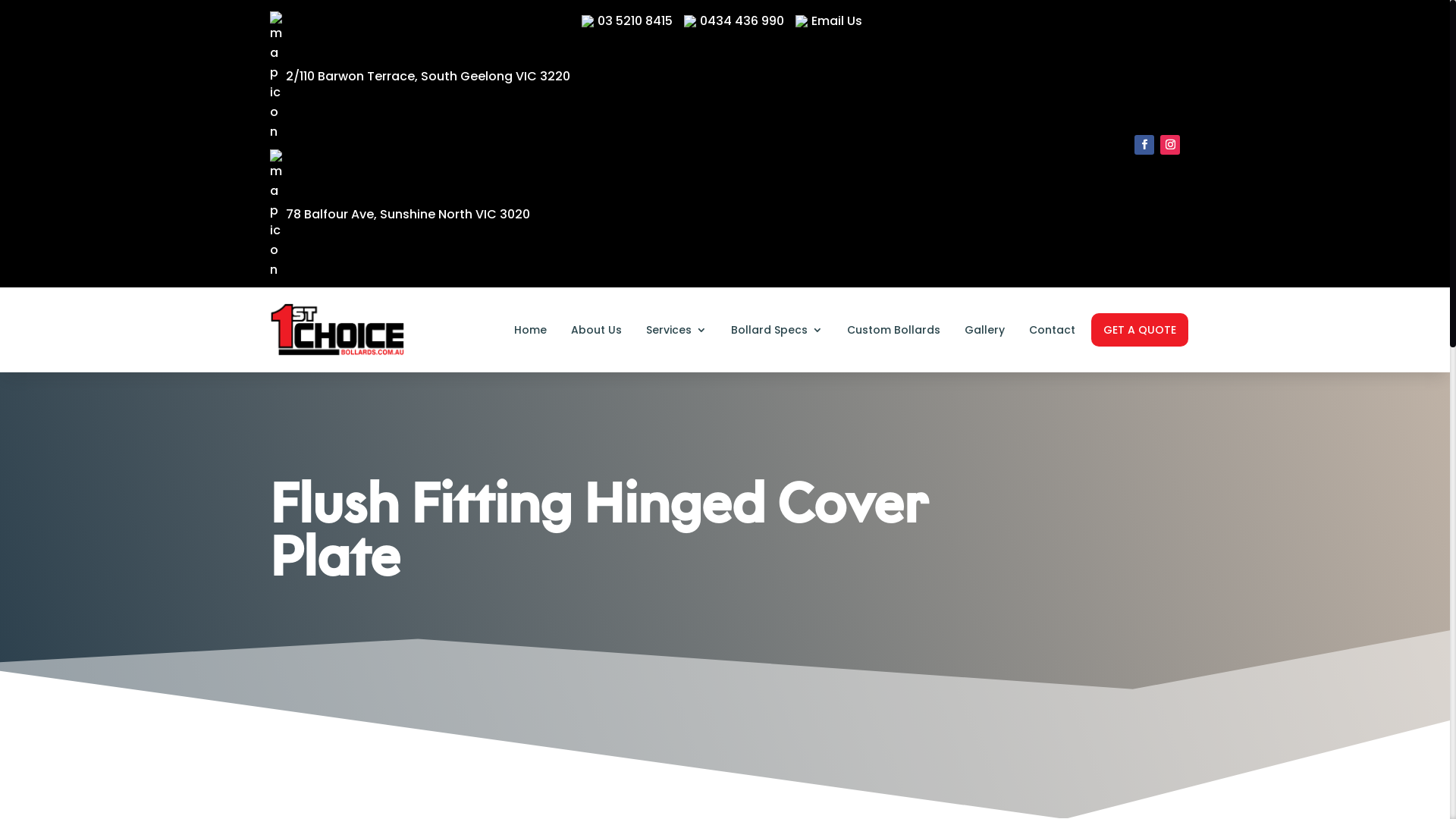  Describe the element at coordinates (1029, 329) in the screenshot. I see `'Contact'` at that location.